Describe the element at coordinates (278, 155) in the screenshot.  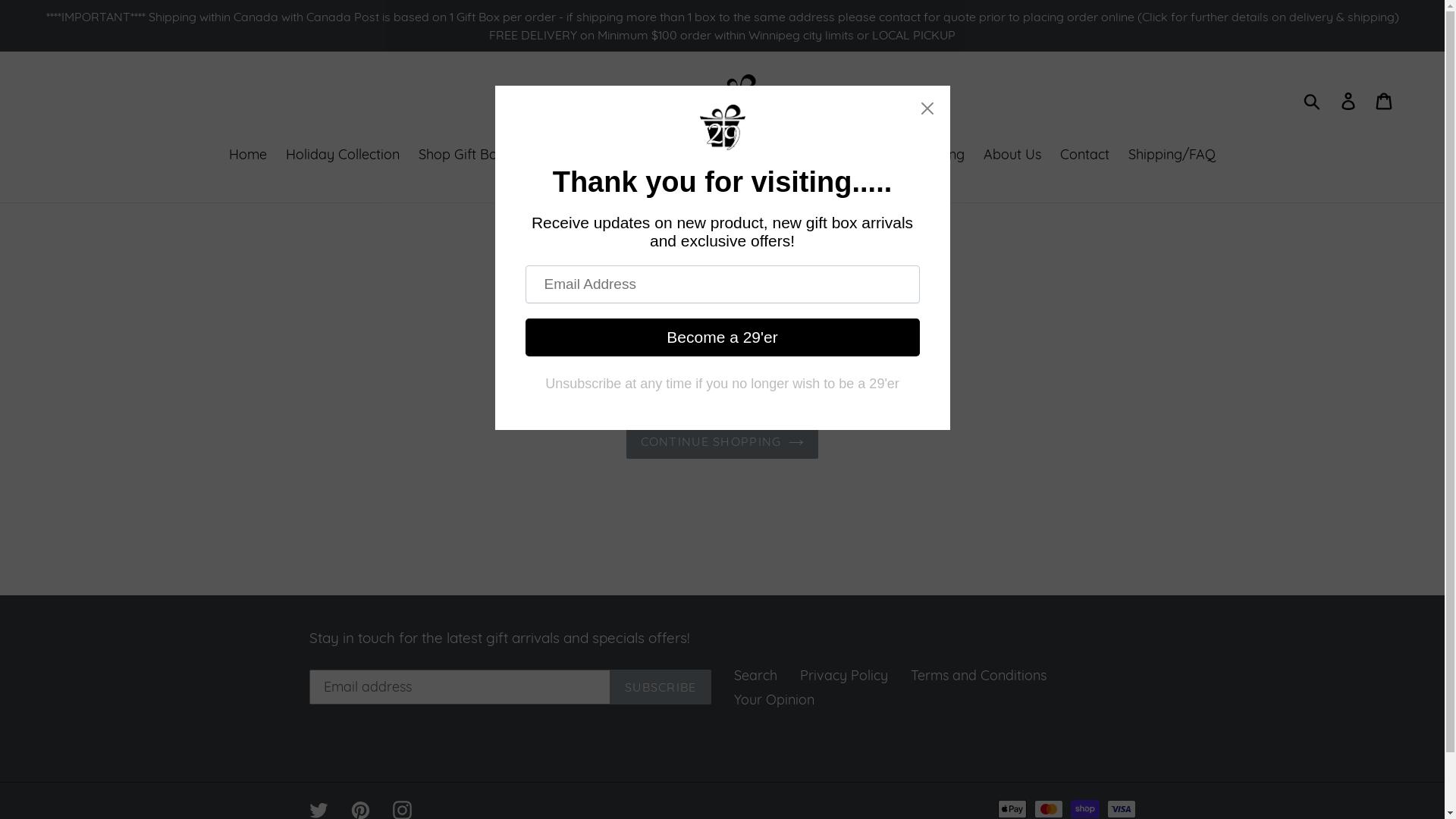
I see `'Holiday Collection'` at that location.